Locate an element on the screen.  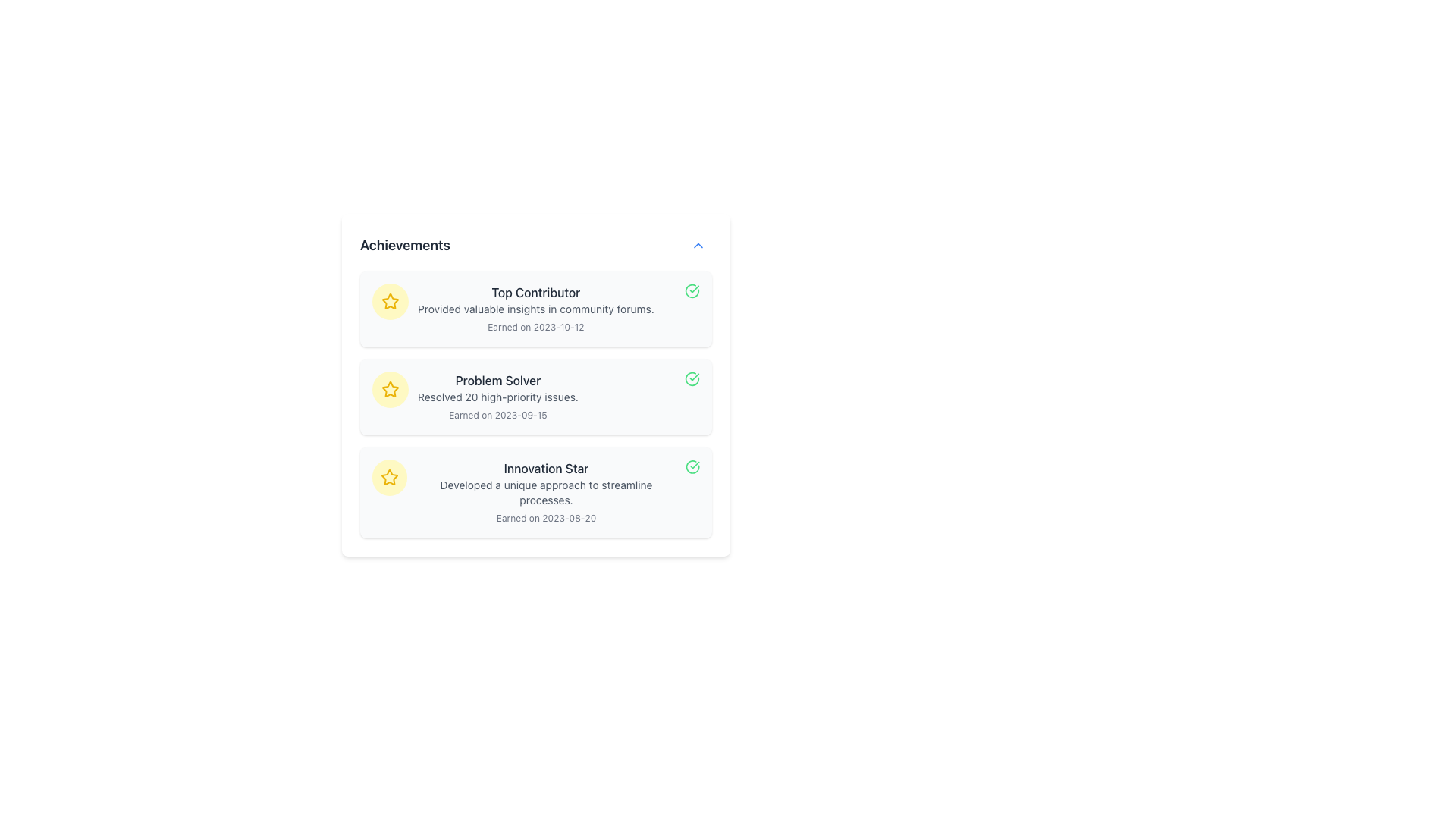
the first informational card that details a user's achievement, which is positioned below a yellow circular icon with a star, in a vertical list of similar components is located at coordinates (535, 309).